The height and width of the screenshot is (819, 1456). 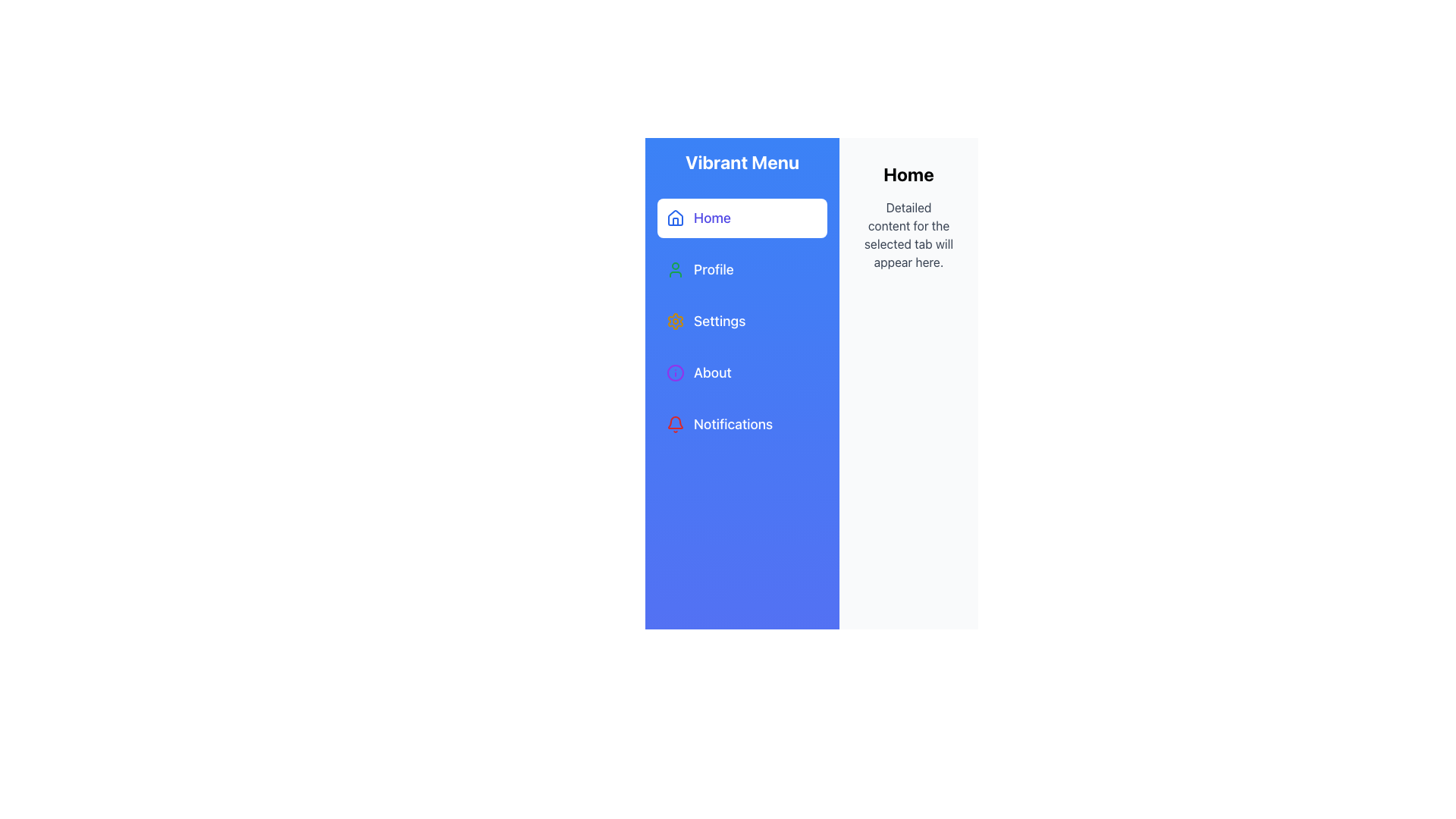 I want to click on the text label that serves as a title or heading for the content displayed in the right panel, located near the top of the right-side panel, so click(x=908, y=174).